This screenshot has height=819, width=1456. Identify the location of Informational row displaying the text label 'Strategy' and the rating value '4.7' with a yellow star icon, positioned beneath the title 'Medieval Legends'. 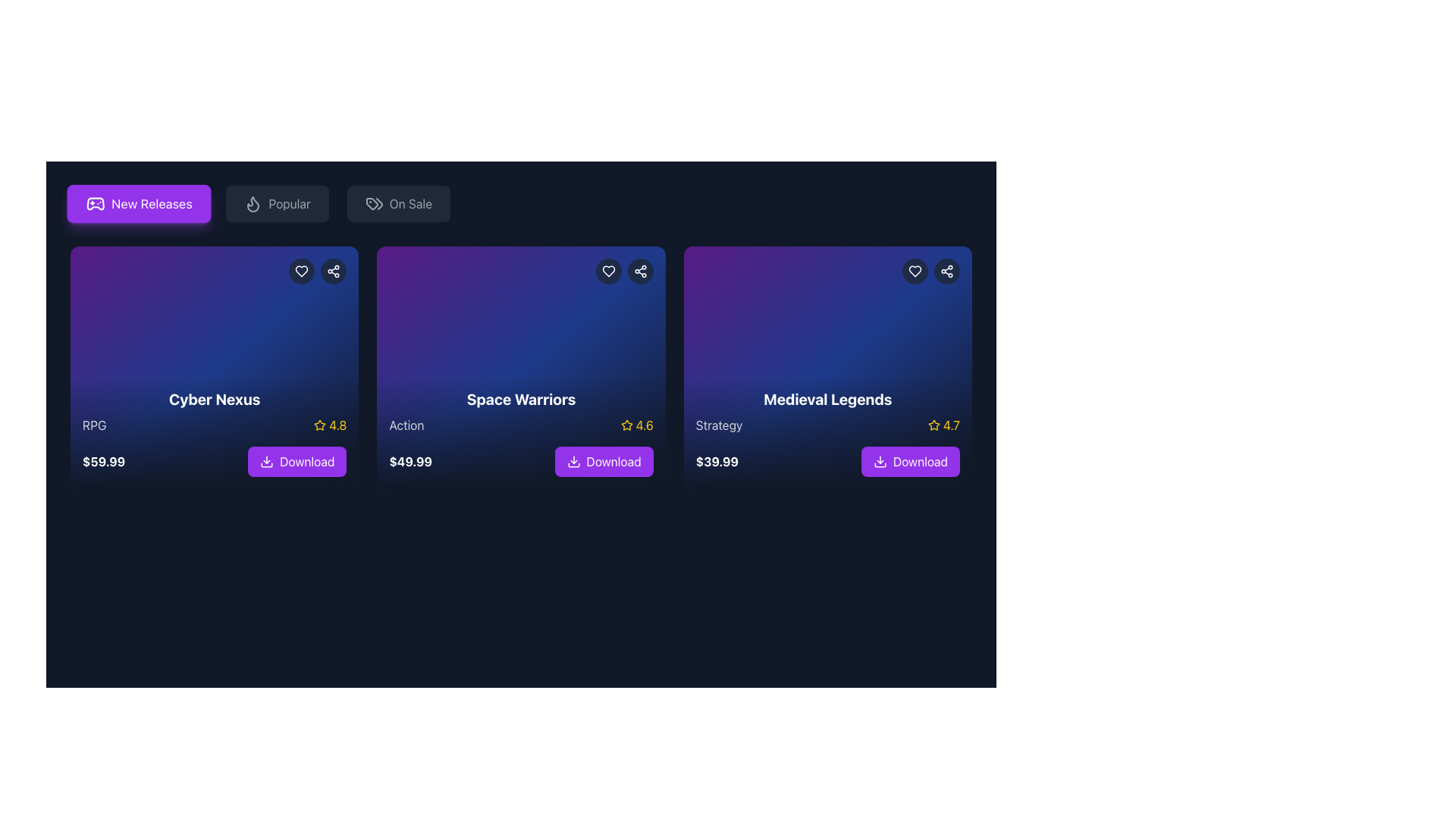
(827, 425).